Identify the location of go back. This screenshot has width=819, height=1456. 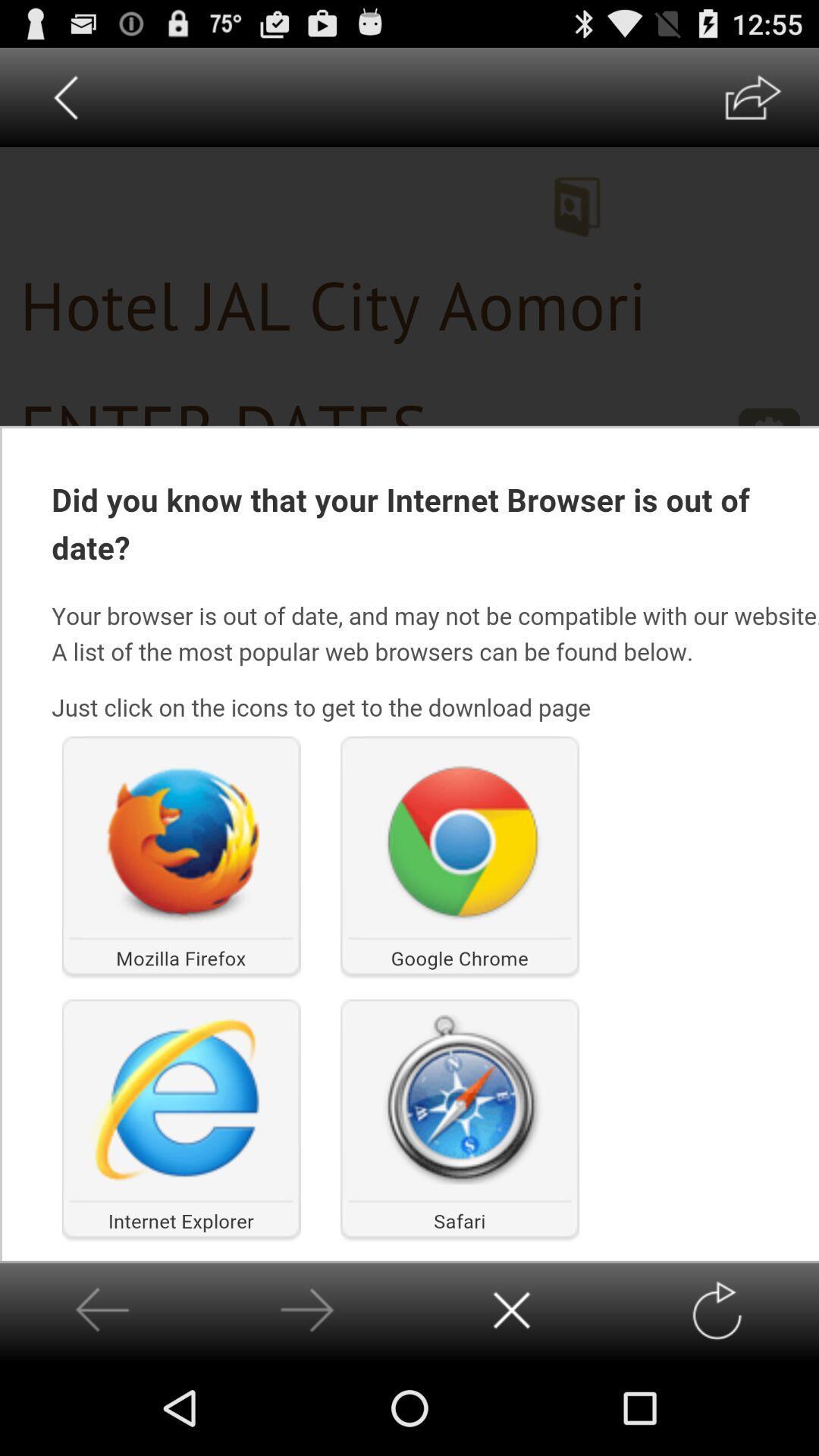
(102, 1310).